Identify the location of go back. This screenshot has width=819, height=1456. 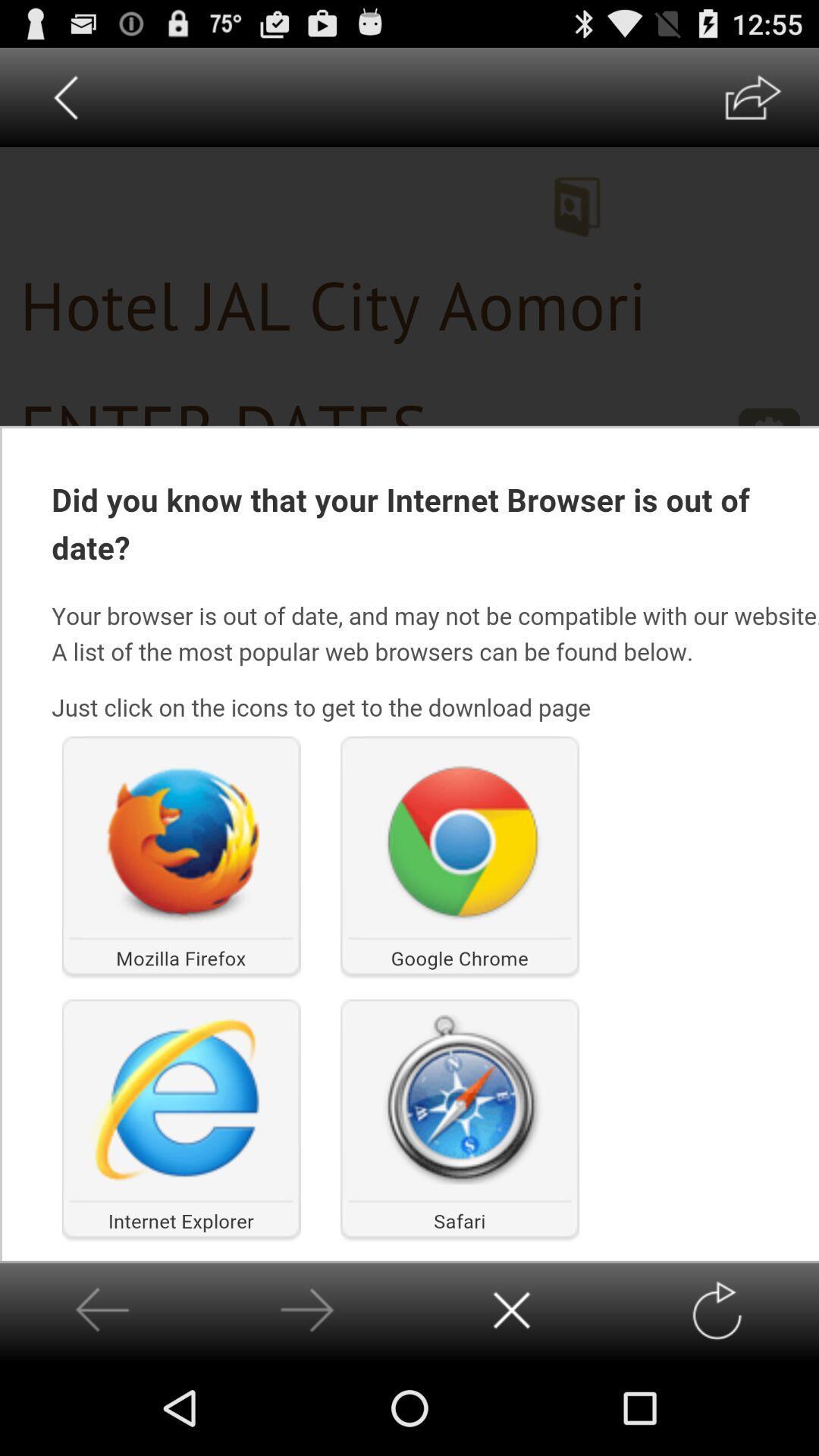
(102, 1310).